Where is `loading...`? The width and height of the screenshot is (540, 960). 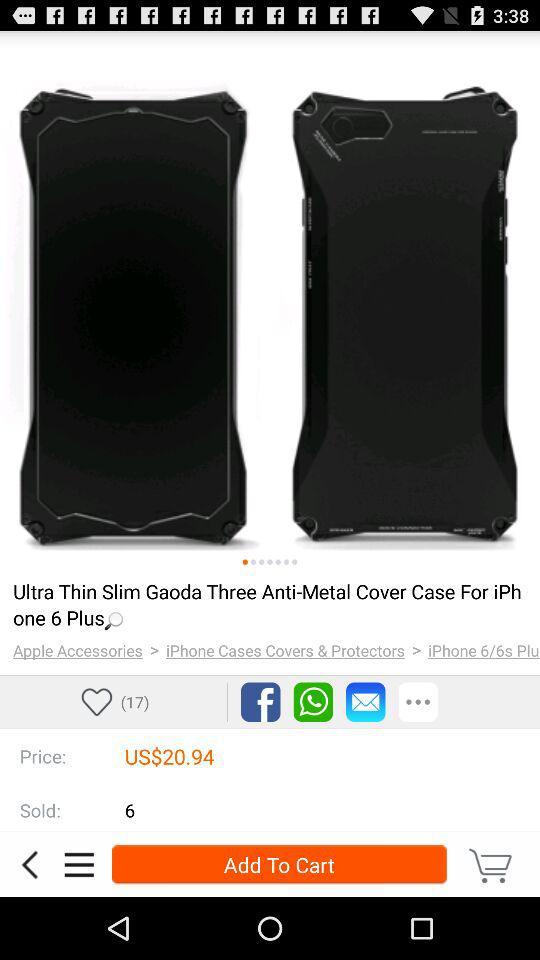
loading... is located at coordinates (267, 603).